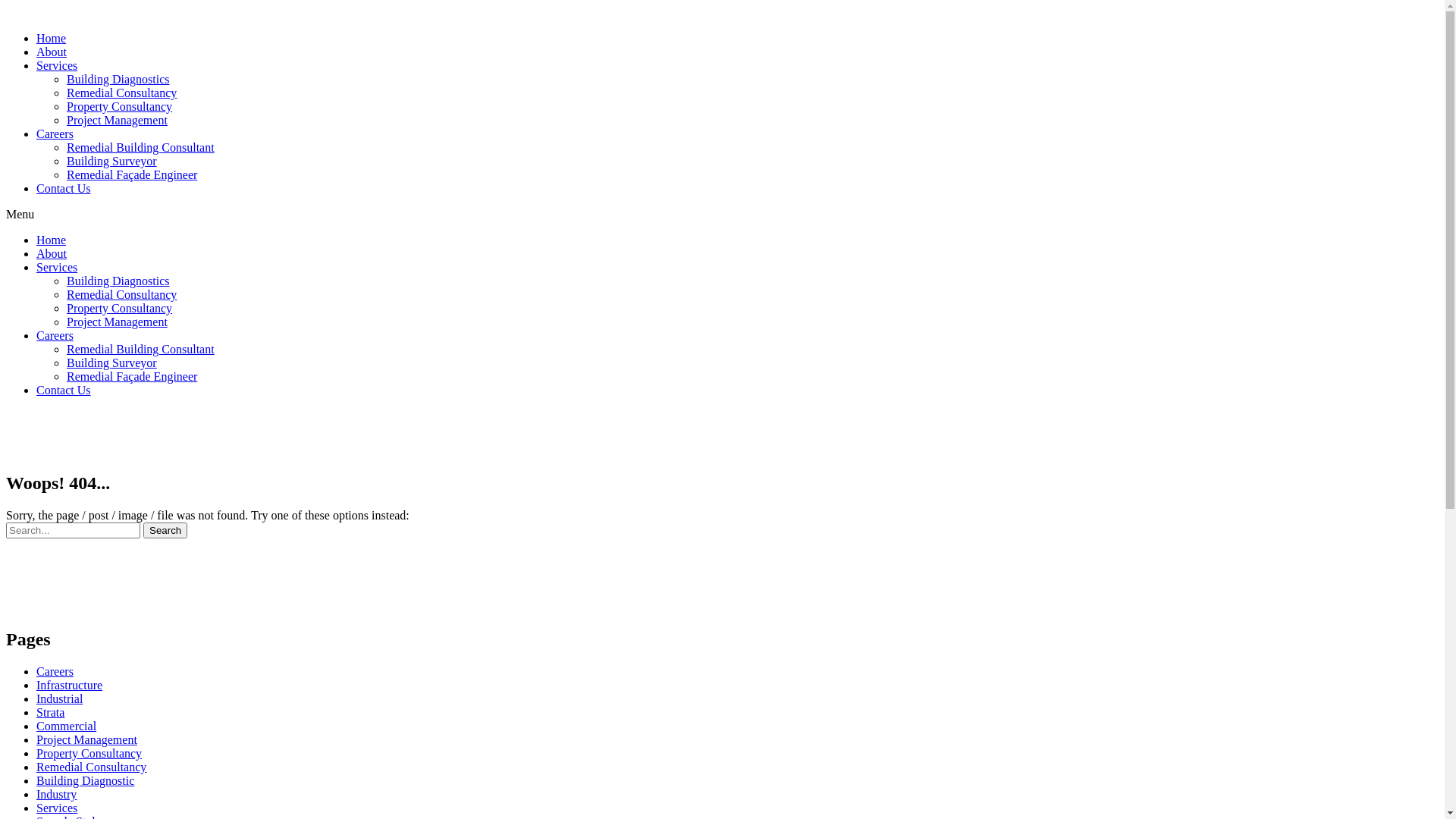 This screenshot has height=819, width=1456. What do you see at coordinates (140, 147) in the screenshot?
I see `'Remedial Building Consultant'` at bounding box center [140, 147].